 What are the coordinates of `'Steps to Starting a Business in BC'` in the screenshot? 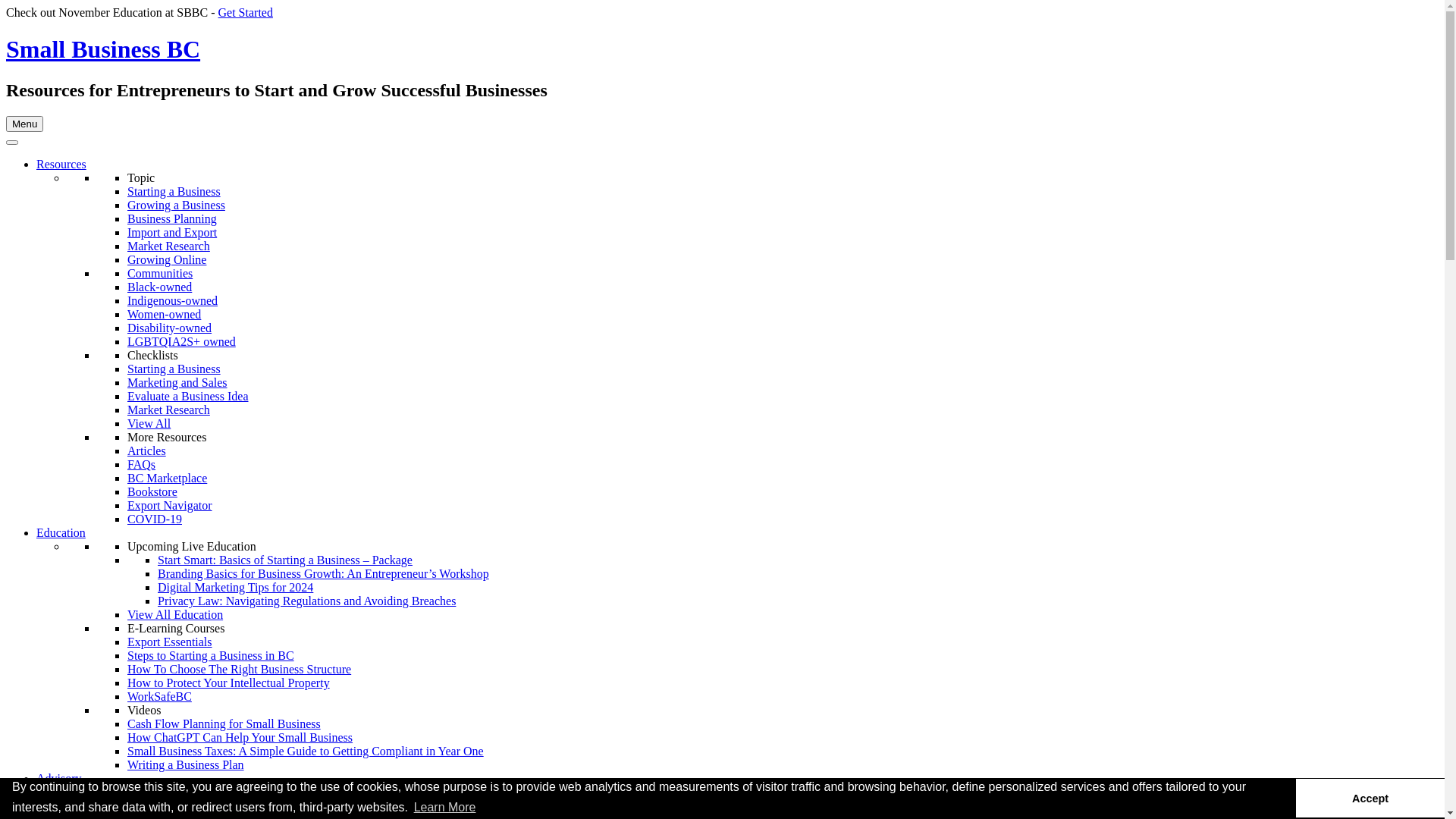 It's located at (210, 654).